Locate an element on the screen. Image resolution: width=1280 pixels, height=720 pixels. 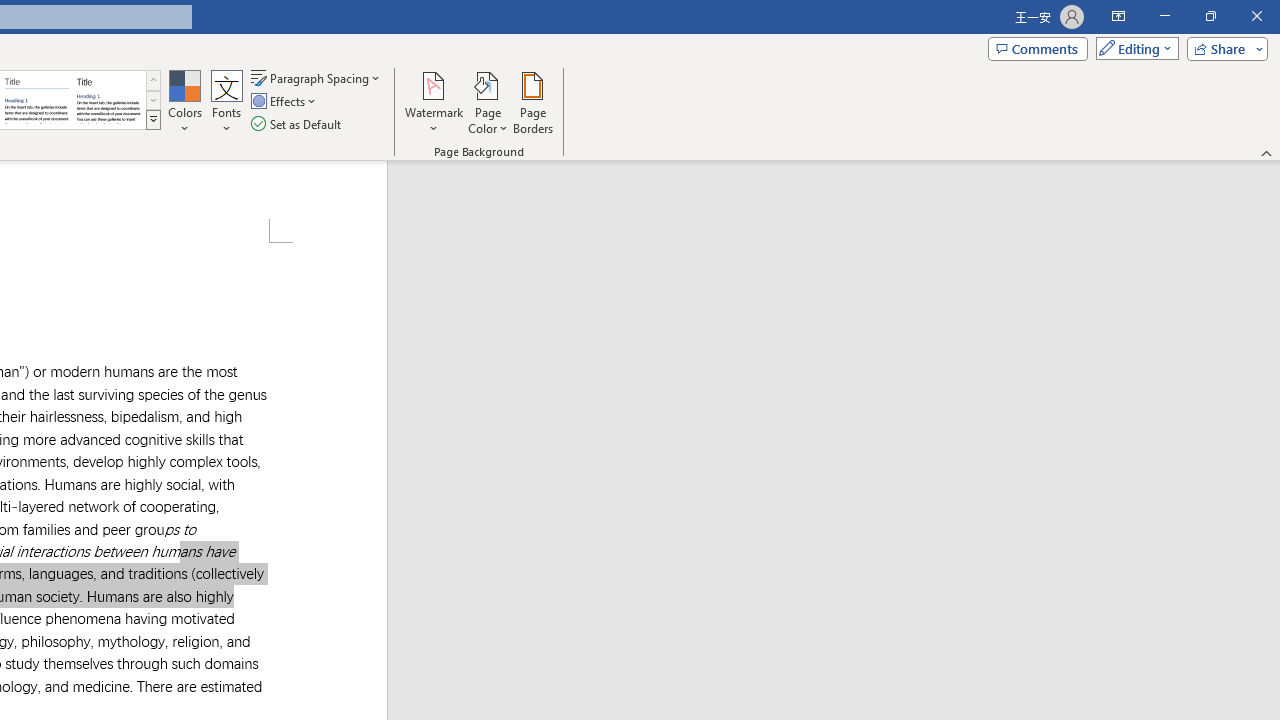
'Word 2013' is located at coordinates (107, 100).